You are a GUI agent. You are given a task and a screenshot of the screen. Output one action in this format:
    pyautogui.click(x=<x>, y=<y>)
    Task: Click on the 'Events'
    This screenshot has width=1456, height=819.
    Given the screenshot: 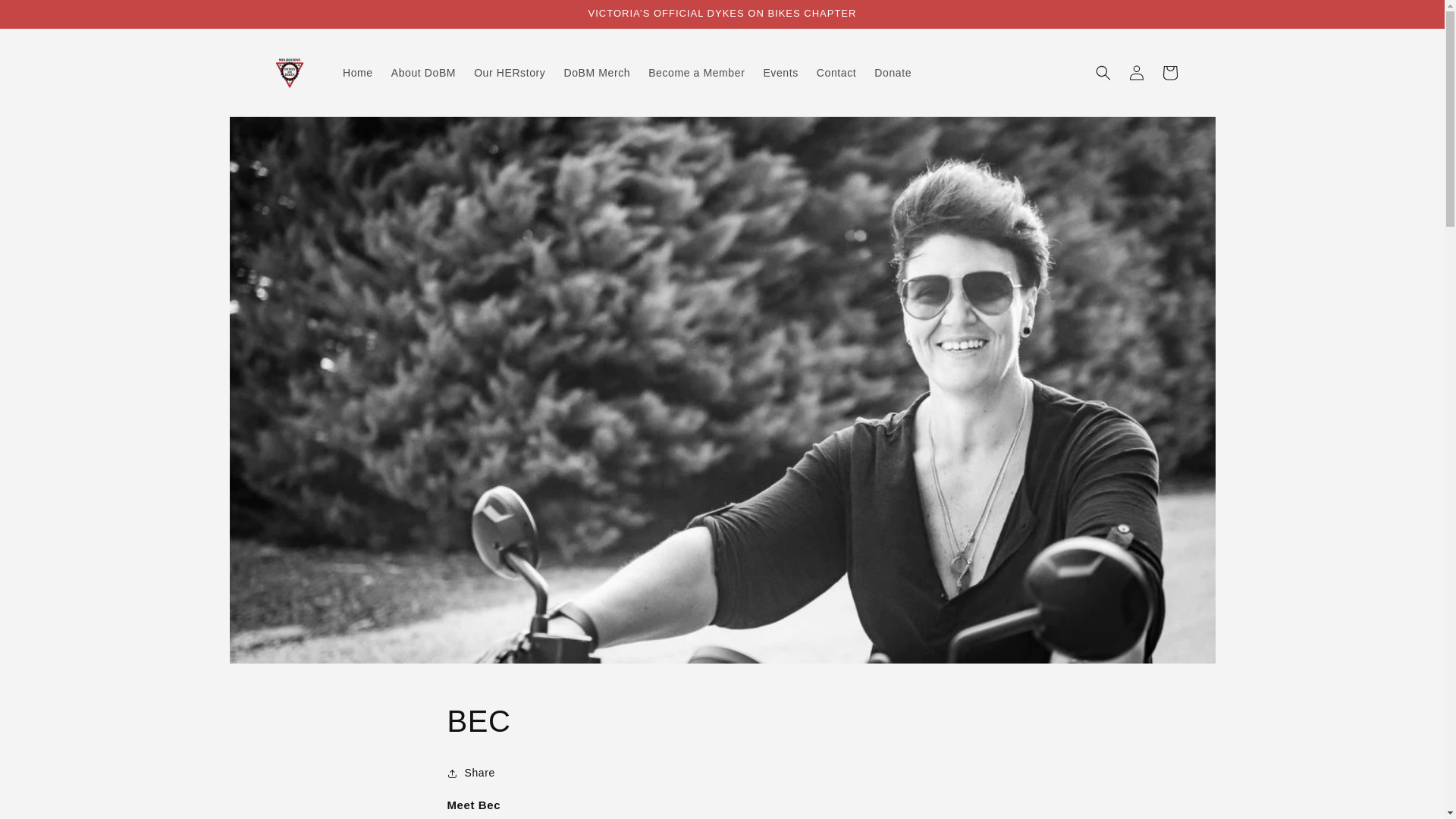 What is the action you would take?
    pyautogui.click(x=780, y=73)
    